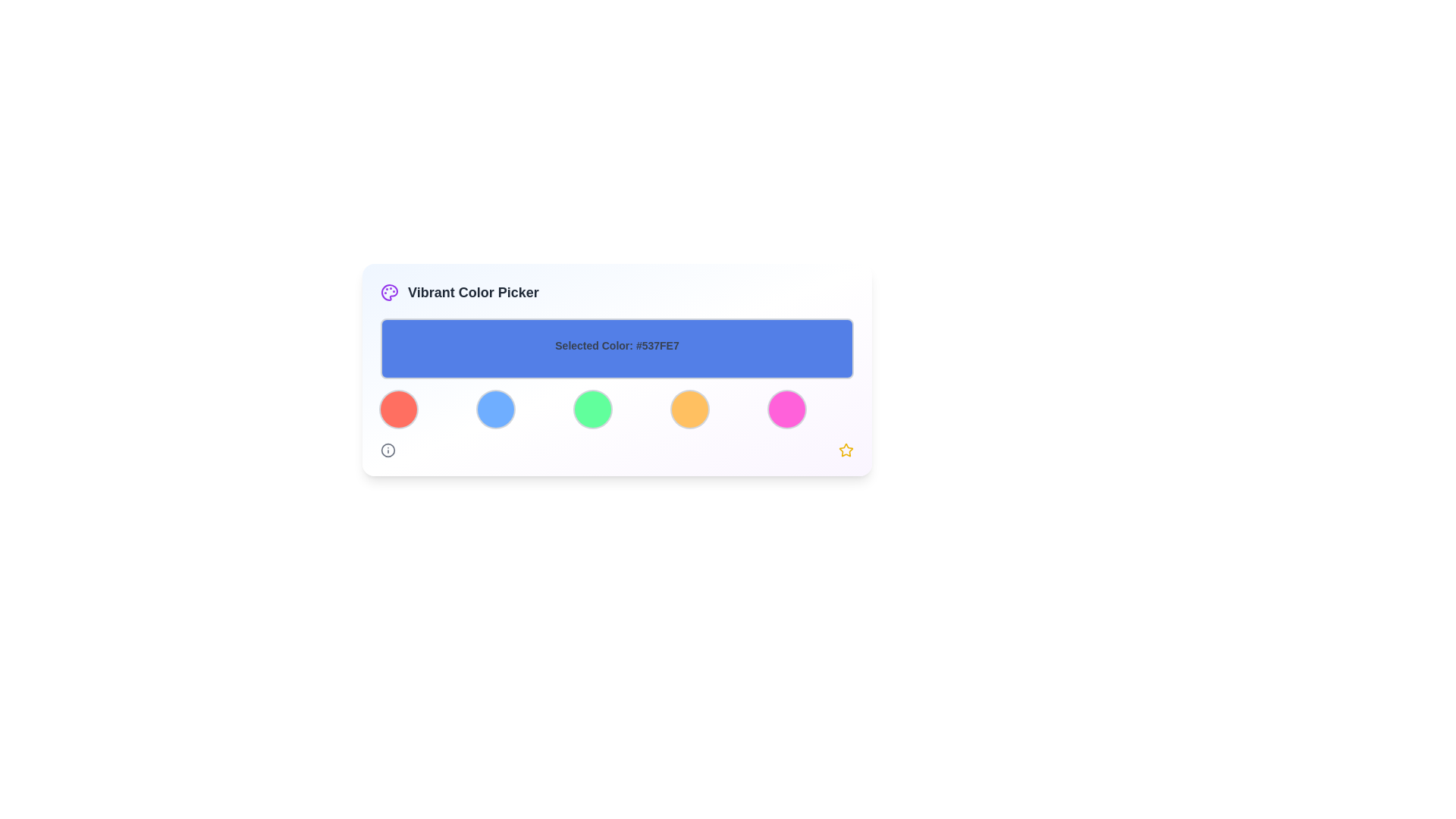 The image size is (1456, 819). Describe the element at coordinates (617, 345) in the screenshot. I see `the Text Display that shows the currently selected color value in hexadecimal format (#537FE7) within the blue rectangular banner at the top of the color picker interface` at that location.